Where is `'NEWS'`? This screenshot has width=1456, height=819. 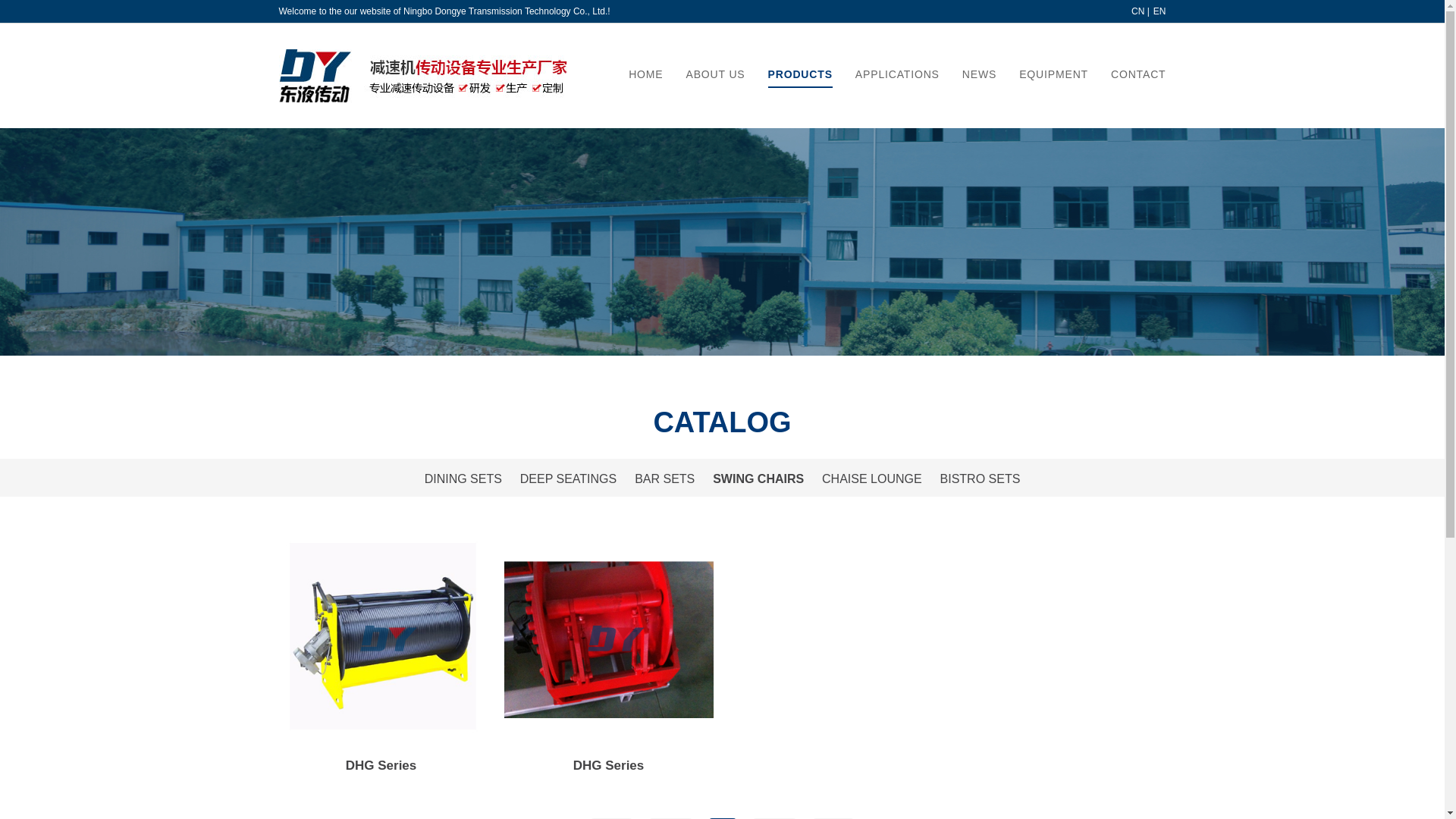
'NEWS' is located at coordinates (979, 74).